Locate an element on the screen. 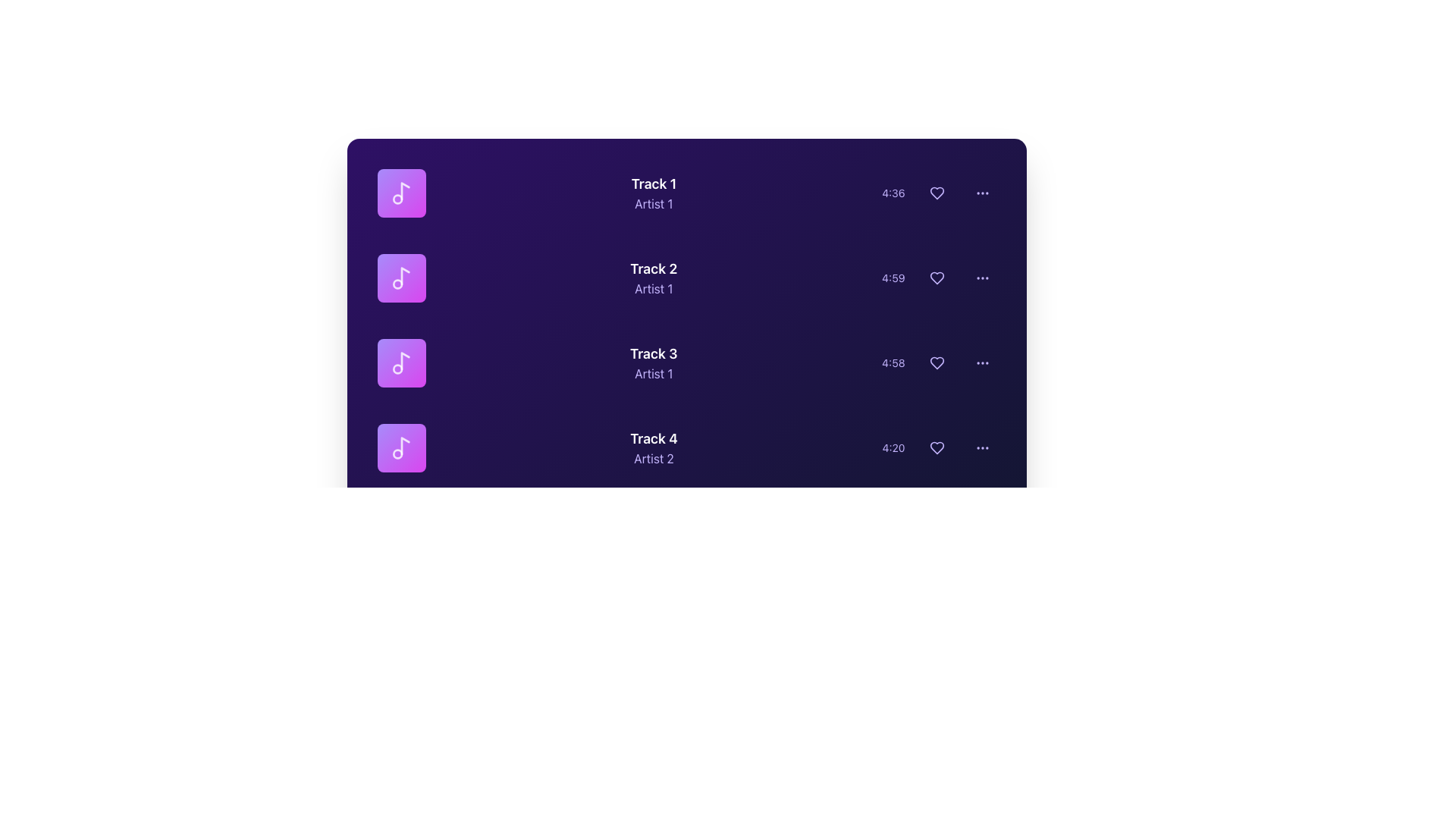 This screenshot has width=1456, height=819. the overflow menu trigger icon (SVG representing an ellipsis) located in the rightmost section of the row for 'Track 4' is located at coordinates (982, 447).